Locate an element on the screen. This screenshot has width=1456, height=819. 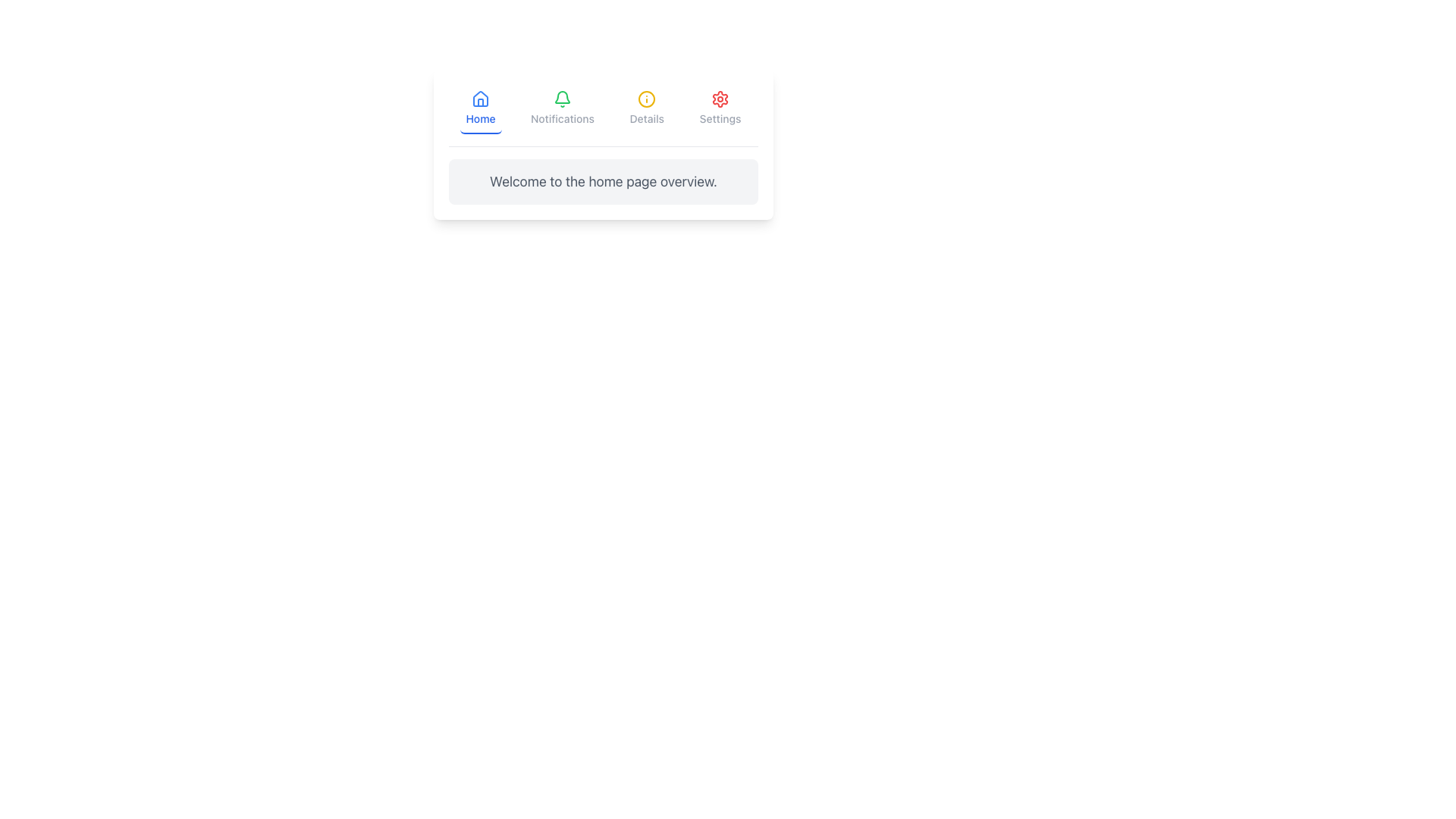
the 'Home' navigation button, which is the first button in a group of four navigation items at the top center of the interface is located at coordinates (479, 108).